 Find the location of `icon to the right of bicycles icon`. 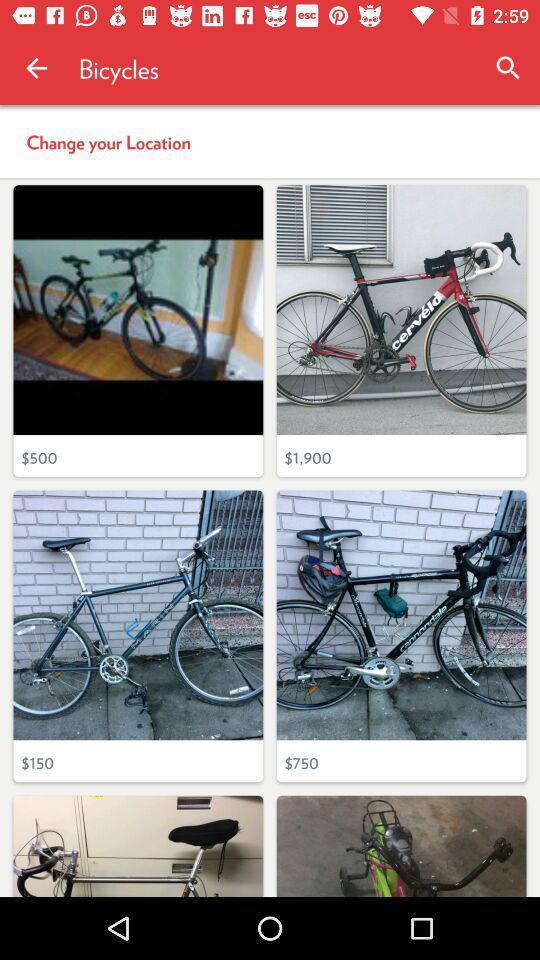

icon to the right of bicycles icon is located at coordinates (508, 68).